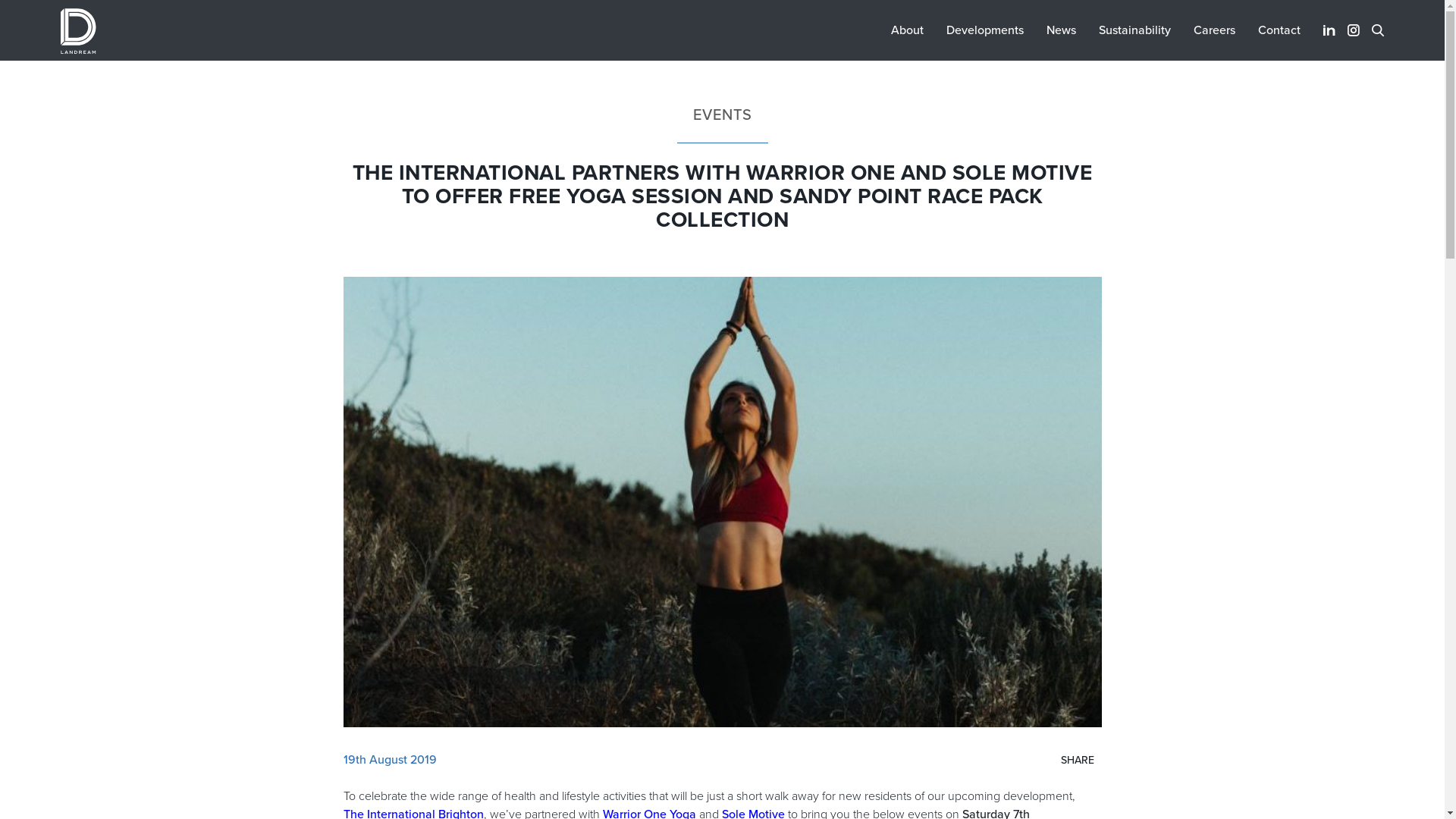 This screenshot has width=1456, height=819. I want to click on 'About', so click(907, 30).